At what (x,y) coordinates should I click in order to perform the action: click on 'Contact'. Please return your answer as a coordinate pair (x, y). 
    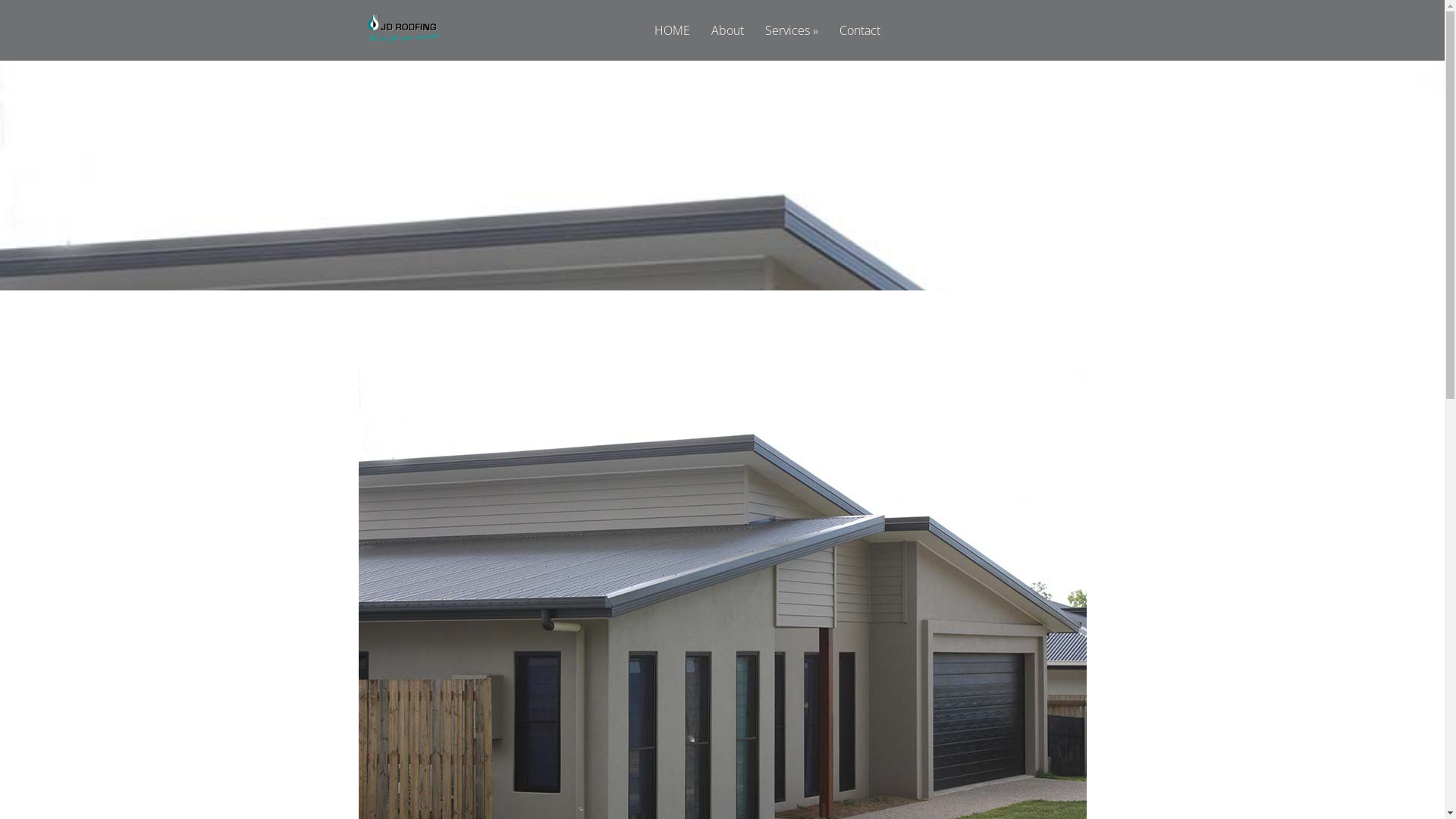
    Looking at the image, I should click on (859, 42).